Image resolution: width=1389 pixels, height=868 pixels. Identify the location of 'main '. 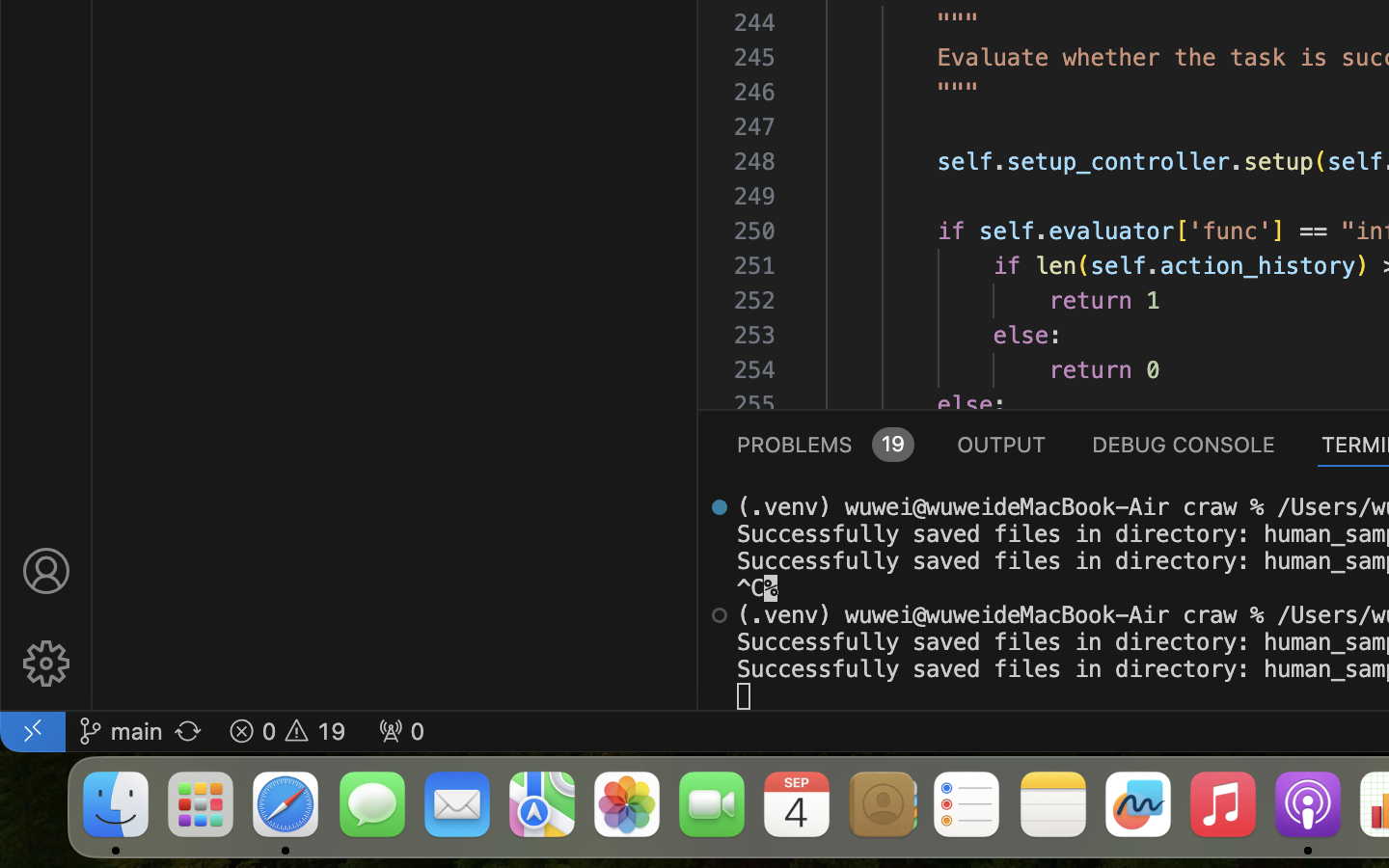
(119, 729).